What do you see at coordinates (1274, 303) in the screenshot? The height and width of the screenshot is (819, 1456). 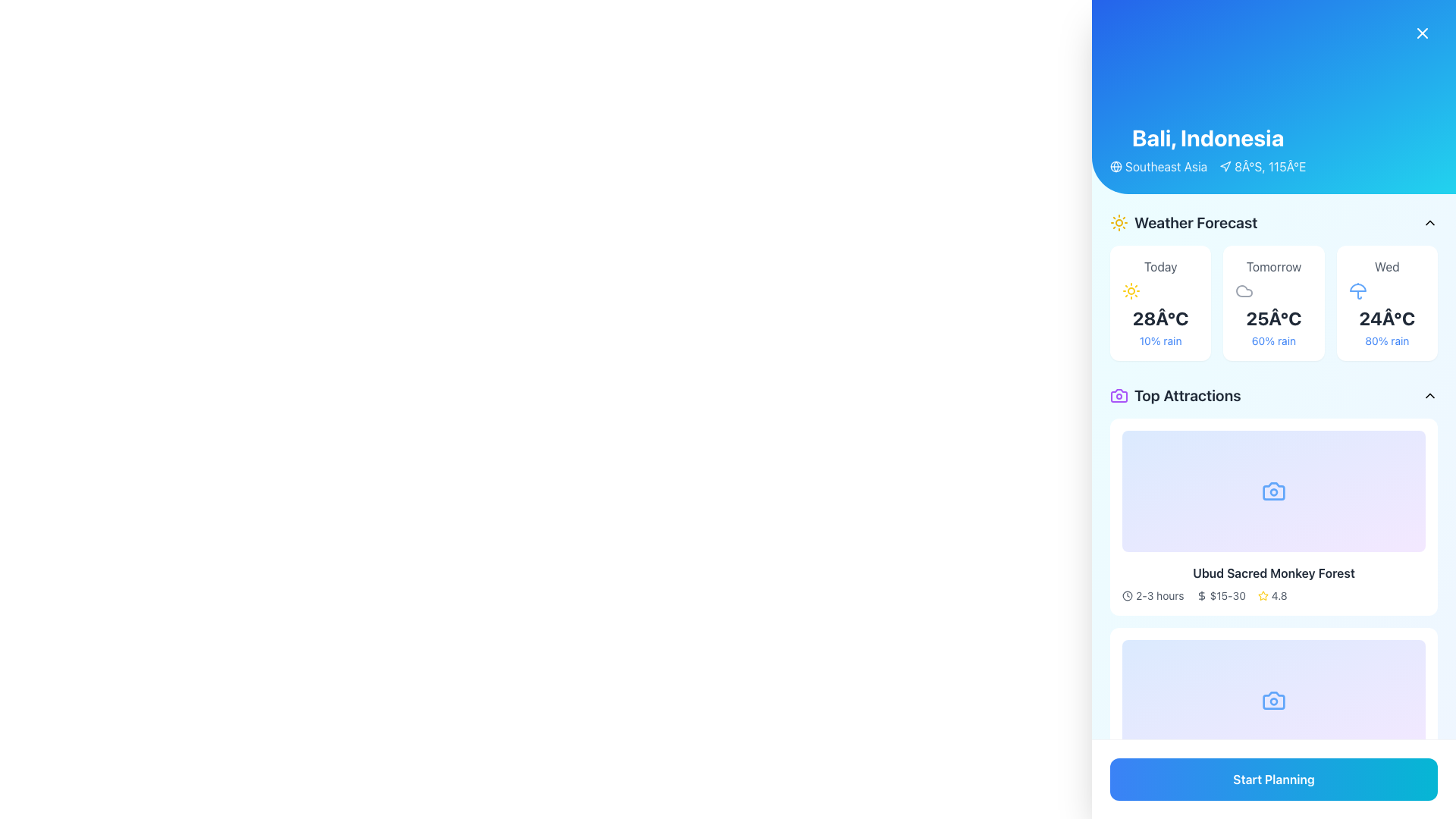 I see `displayed weather forecast information from the informational card located in the middle column under the 'Weather Forecast' section` at bounding box center [1274, 303].